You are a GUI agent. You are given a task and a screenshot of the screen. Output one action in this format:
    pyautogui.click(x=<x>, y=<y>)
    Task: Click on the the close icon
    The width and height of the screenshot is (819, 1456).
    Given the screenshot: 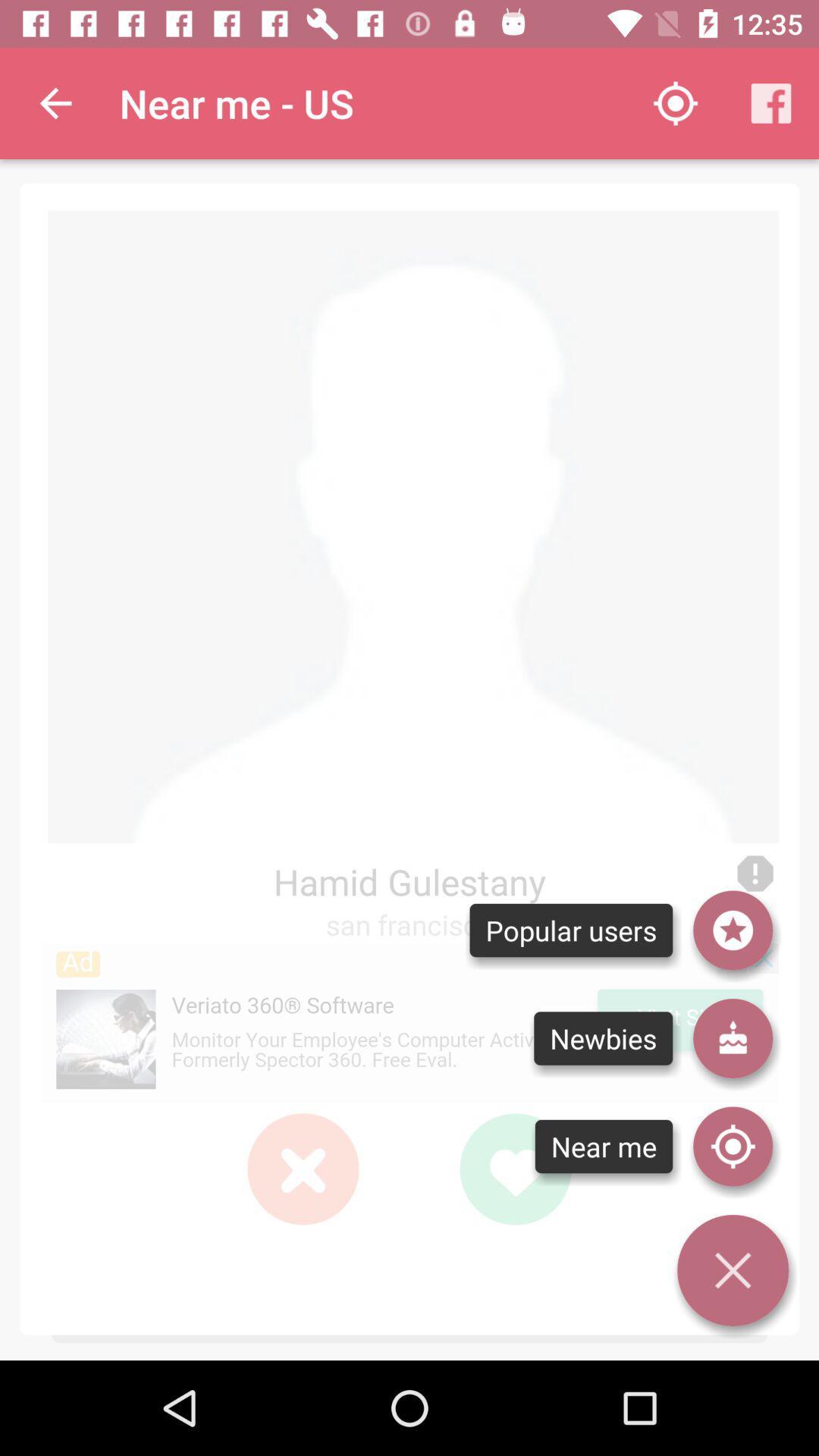 What is the action you would take?
    pyautogui.click(x=303, y=1168)
    